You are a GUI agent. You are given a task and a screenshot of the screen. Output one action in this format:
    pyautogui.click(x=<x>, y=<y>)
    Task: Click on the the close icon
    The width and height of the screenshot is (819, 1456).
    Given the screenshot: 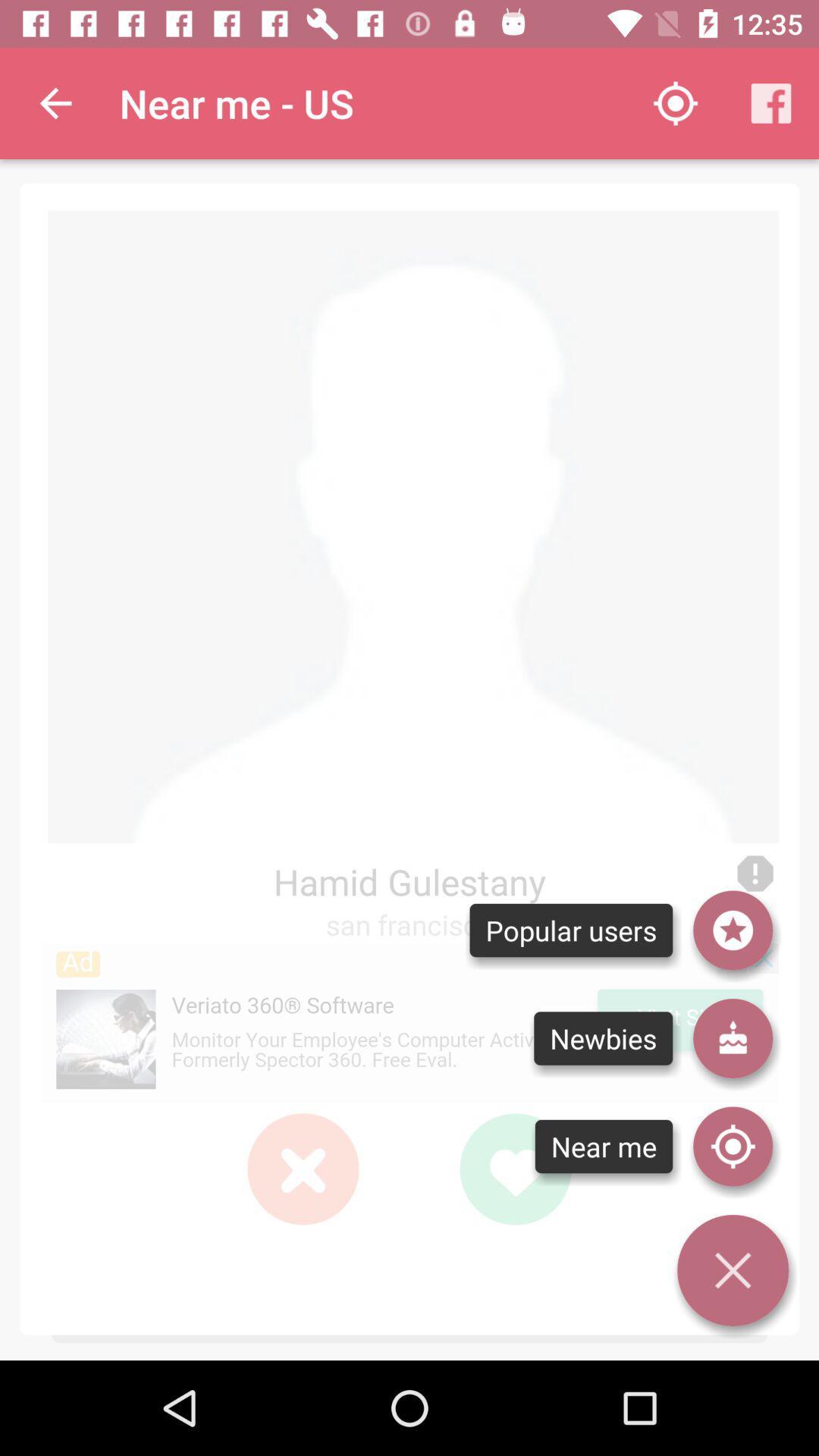 What is the action you would take?
    pyautogui.click(x=303, y=1168)
    